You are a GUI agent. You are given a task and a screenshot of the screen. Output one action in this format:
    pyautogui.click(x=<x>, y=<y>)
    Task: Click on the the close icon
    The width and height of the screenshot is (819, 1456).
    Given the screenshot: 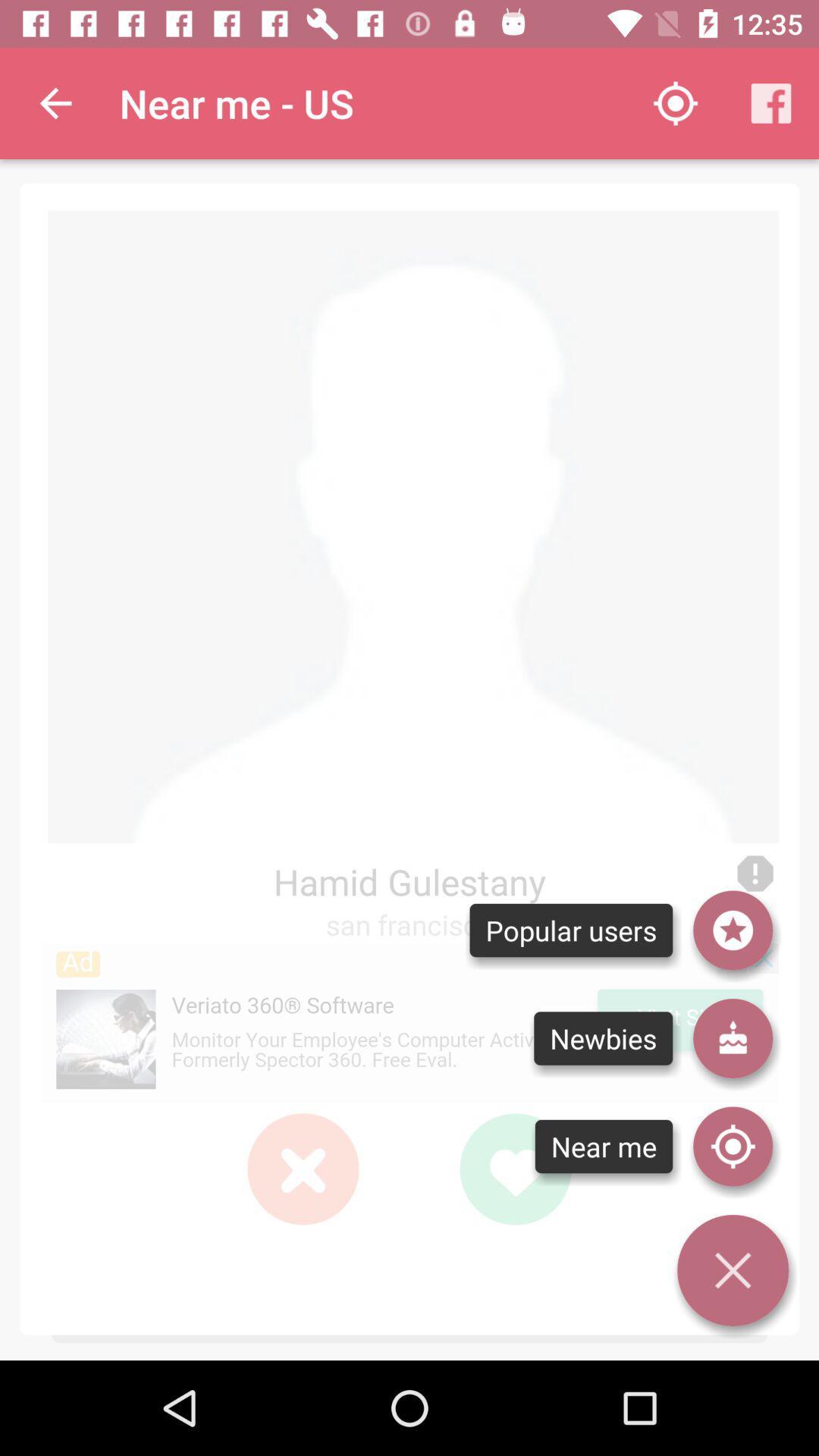 What is the action you would take?
    pyautogui.click(x=303, y=1168)
    